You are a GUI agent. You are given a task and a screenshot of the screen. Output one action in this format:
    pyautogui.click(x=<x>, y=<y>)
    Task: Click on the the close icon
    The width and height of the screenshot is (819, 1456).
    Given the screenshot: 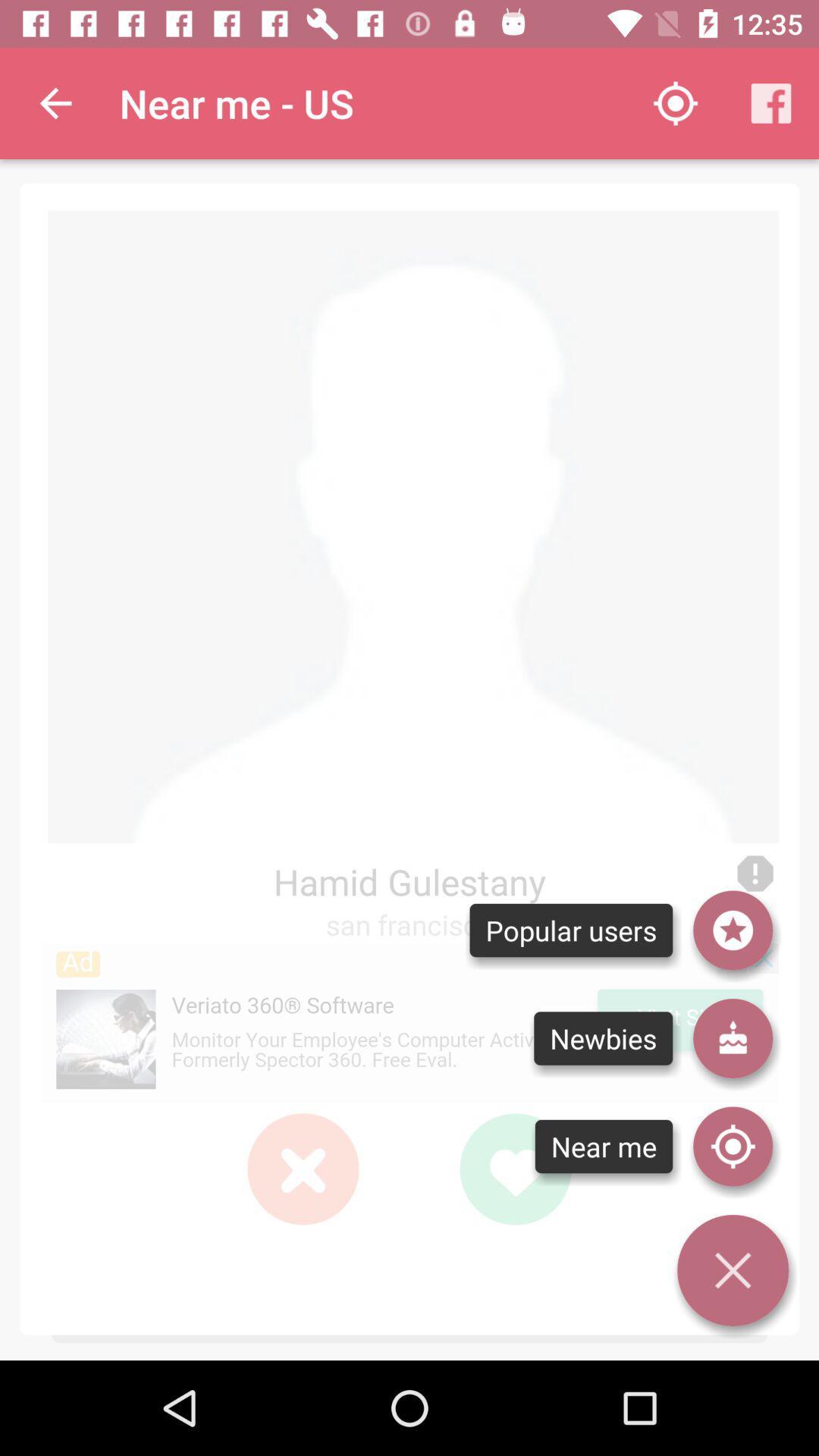 What is the action you would take?
    pyautogui.click(x=303, y=1168)
    